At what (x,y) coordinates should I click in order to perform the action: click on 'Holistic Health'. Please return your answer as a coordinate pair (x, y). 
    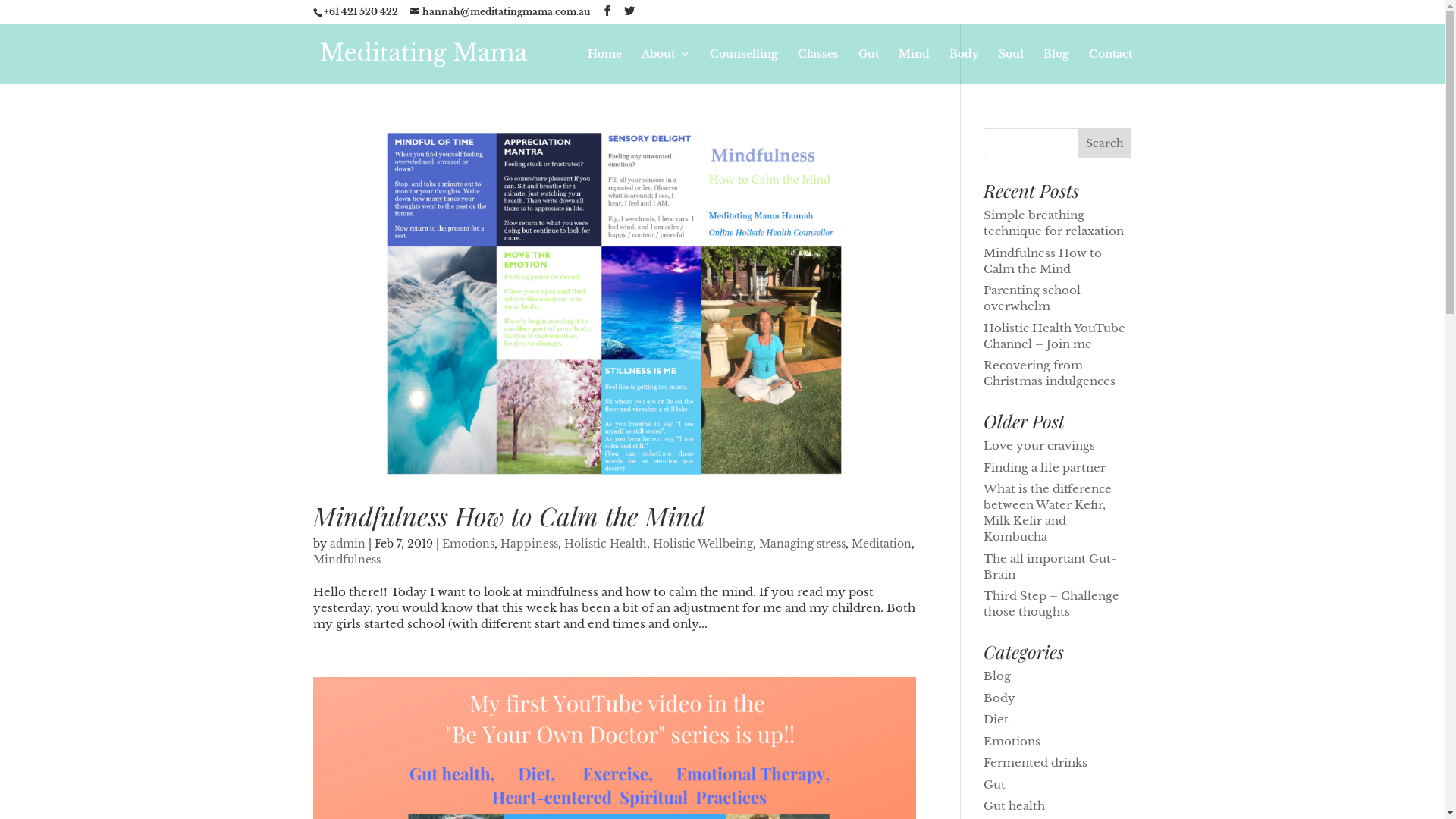
    Looking at the image, I should click on (563, 543).